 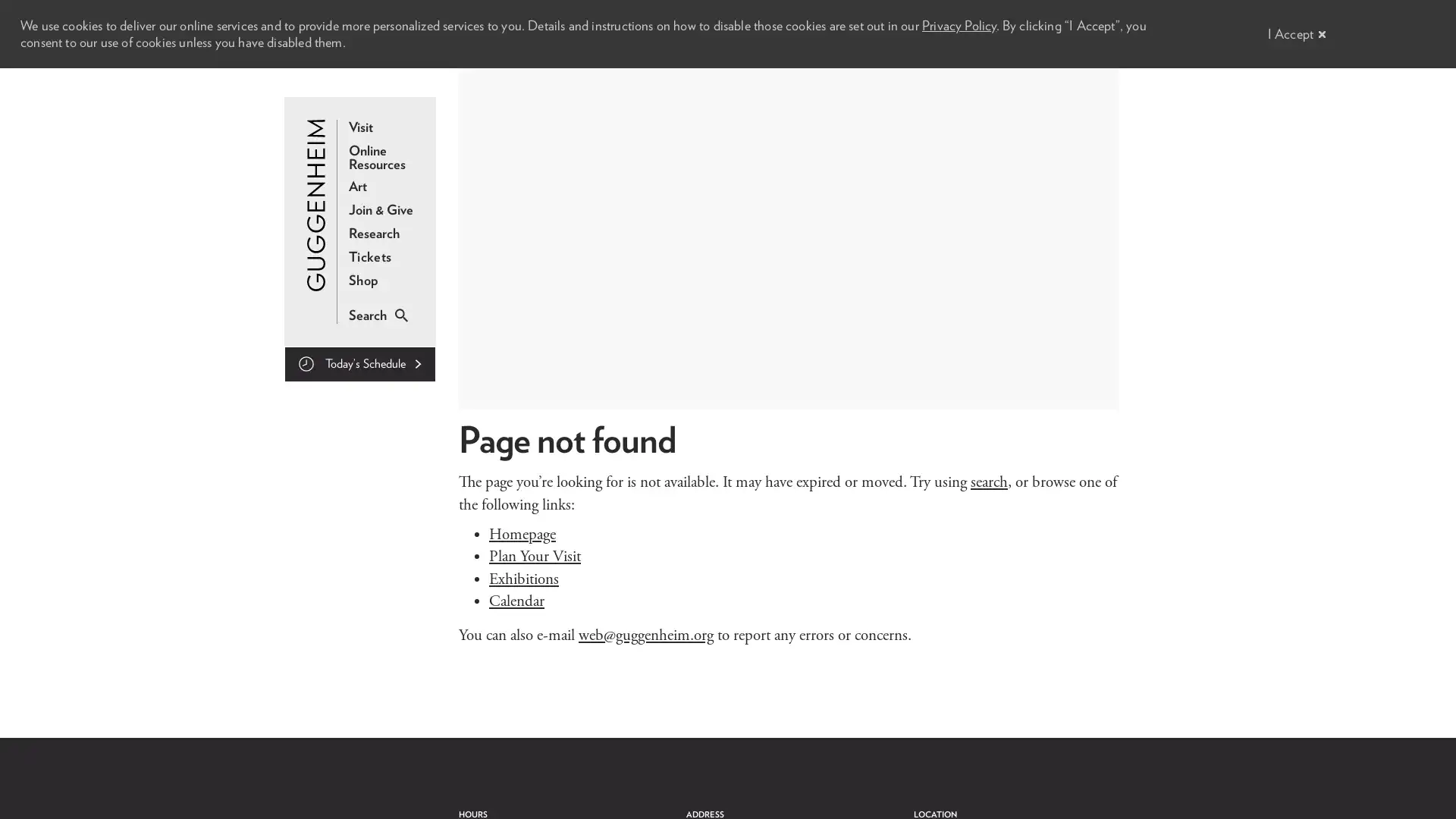 I want to click on Launch Art Submenu Modal, so click(x=356, y=186).